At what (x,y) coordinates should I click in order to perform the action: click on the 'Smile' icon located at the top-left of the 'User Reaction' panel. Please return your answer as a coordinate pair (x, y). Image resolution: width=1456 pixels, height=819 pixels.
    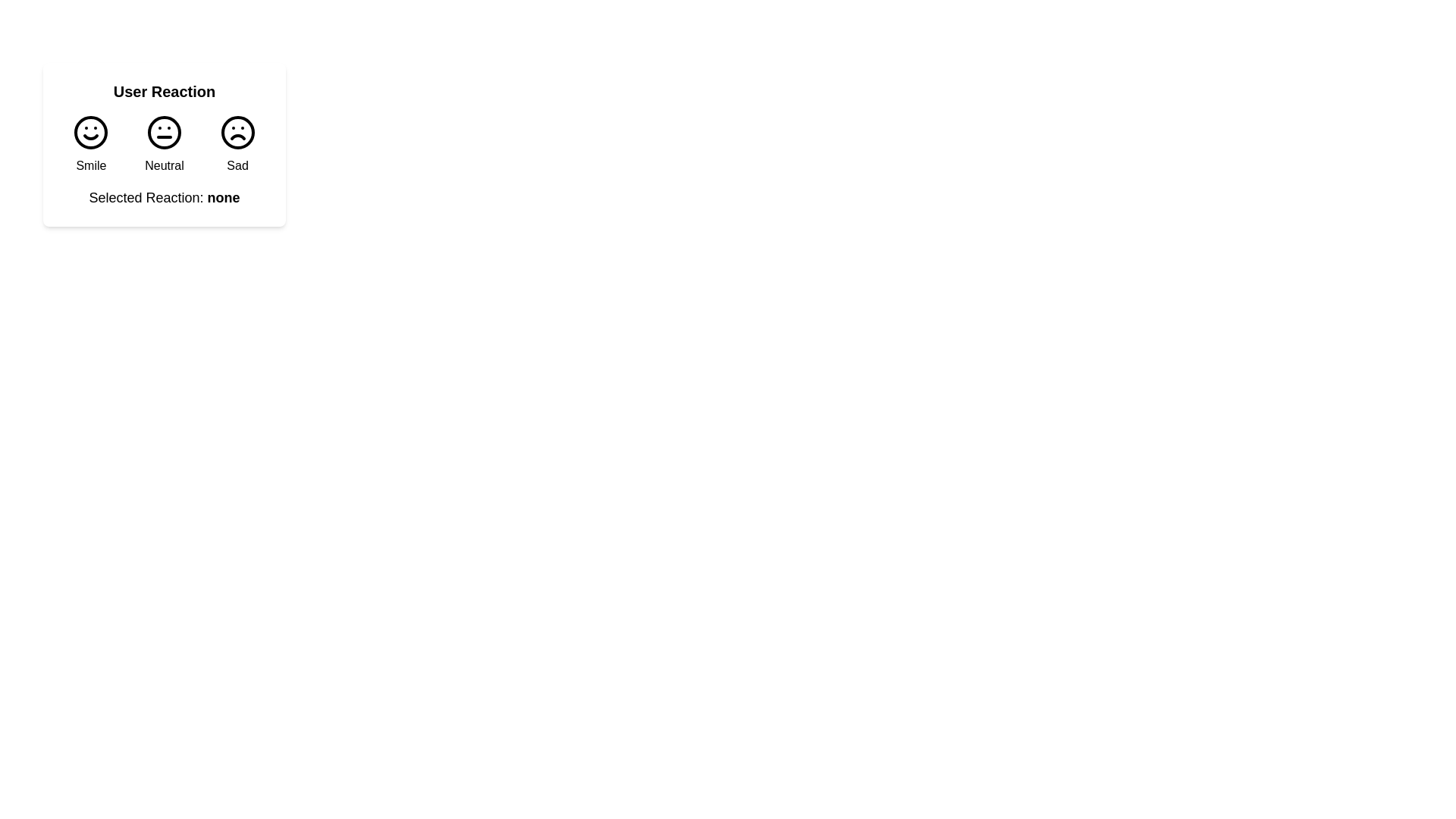
    Looking at the image, I should click on (90, 131).